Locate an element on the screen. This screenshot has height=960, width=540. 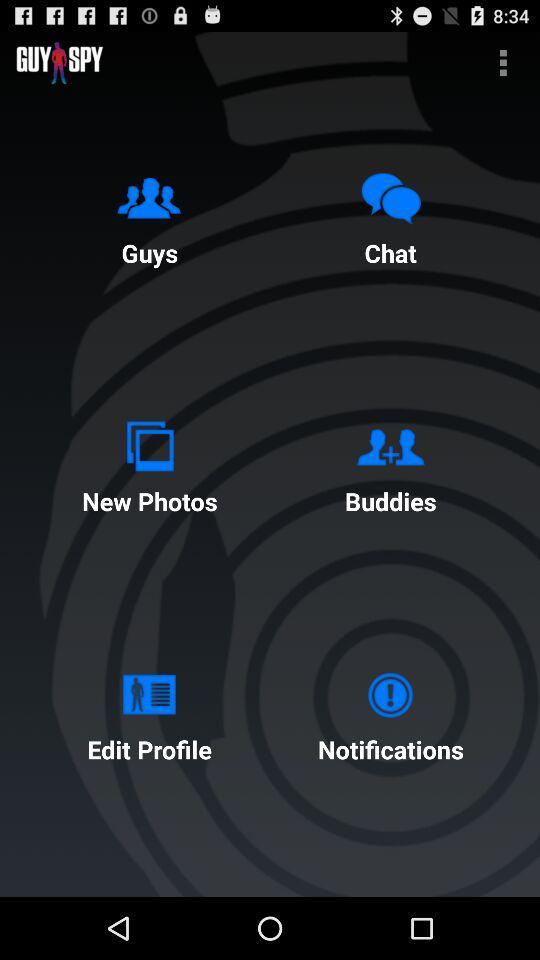
icon to the right of the guys icon is located at coordinates (390, 215).